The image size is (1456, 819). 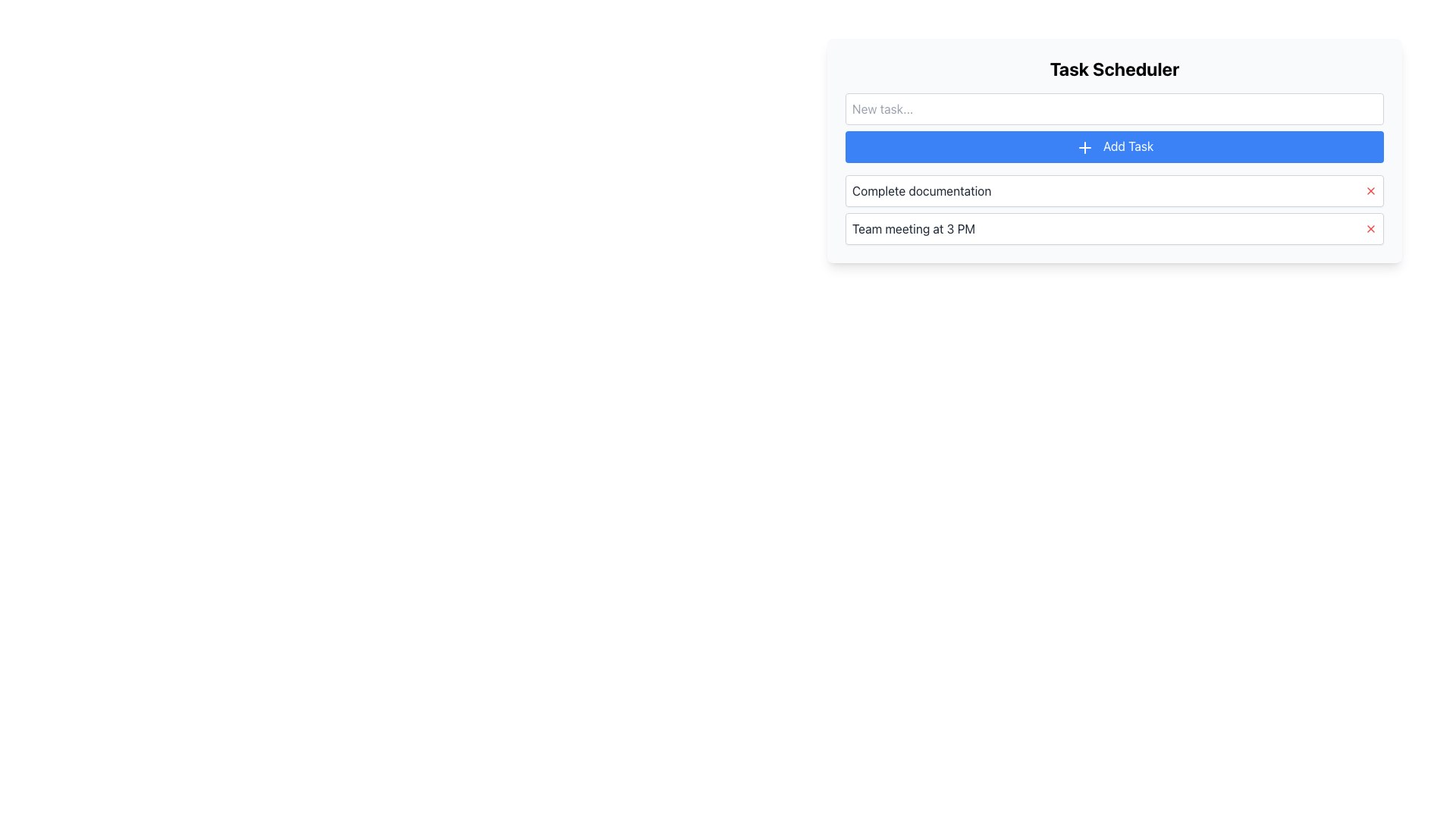 What do you see at coordinates (1371, 189) in the screenshot?
I see `the delete button for the task 'Complete documentation'` at bounding box center [1371, 189].